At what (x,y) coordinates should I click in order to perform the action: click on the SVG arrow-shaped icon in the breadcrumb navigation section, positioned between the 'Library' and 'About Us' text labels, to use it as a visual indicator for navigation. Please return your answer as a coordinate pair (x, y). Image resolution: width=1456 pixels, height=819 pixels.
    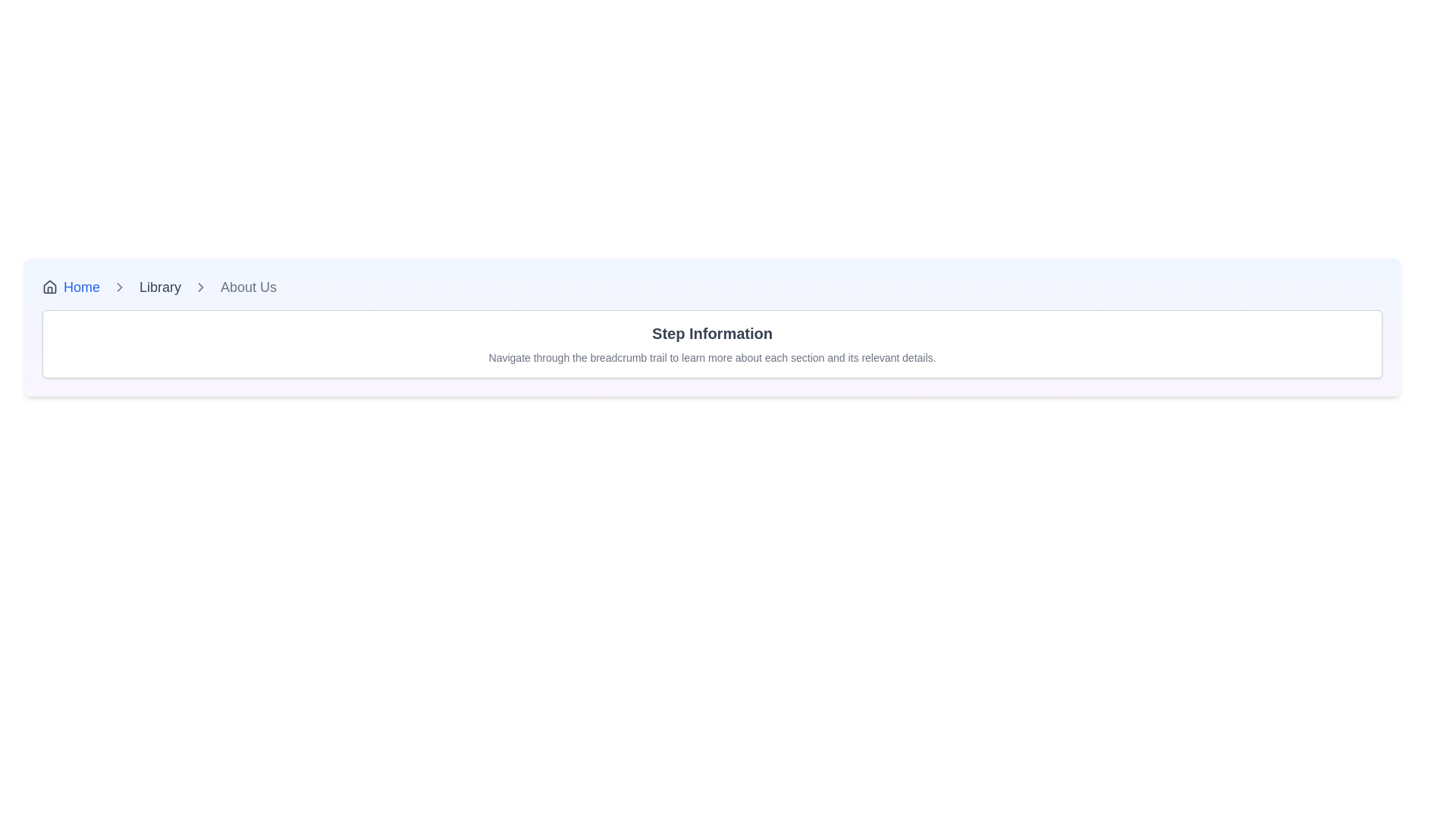
    Looking at the image, I should click on (119, 287).